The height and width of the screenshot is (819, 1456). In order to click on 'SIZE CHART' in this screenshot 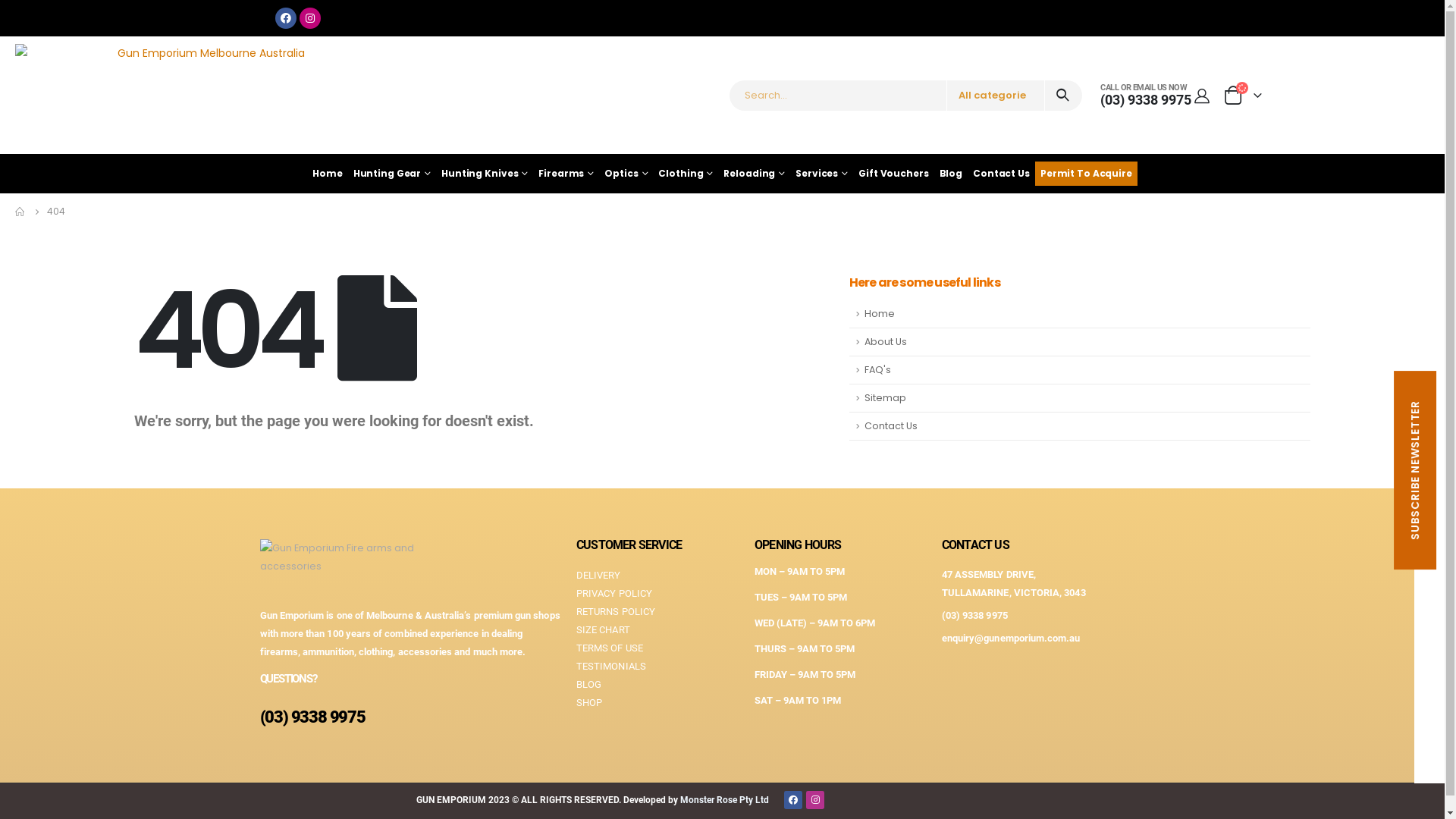, I will do `click(575, 629)`.